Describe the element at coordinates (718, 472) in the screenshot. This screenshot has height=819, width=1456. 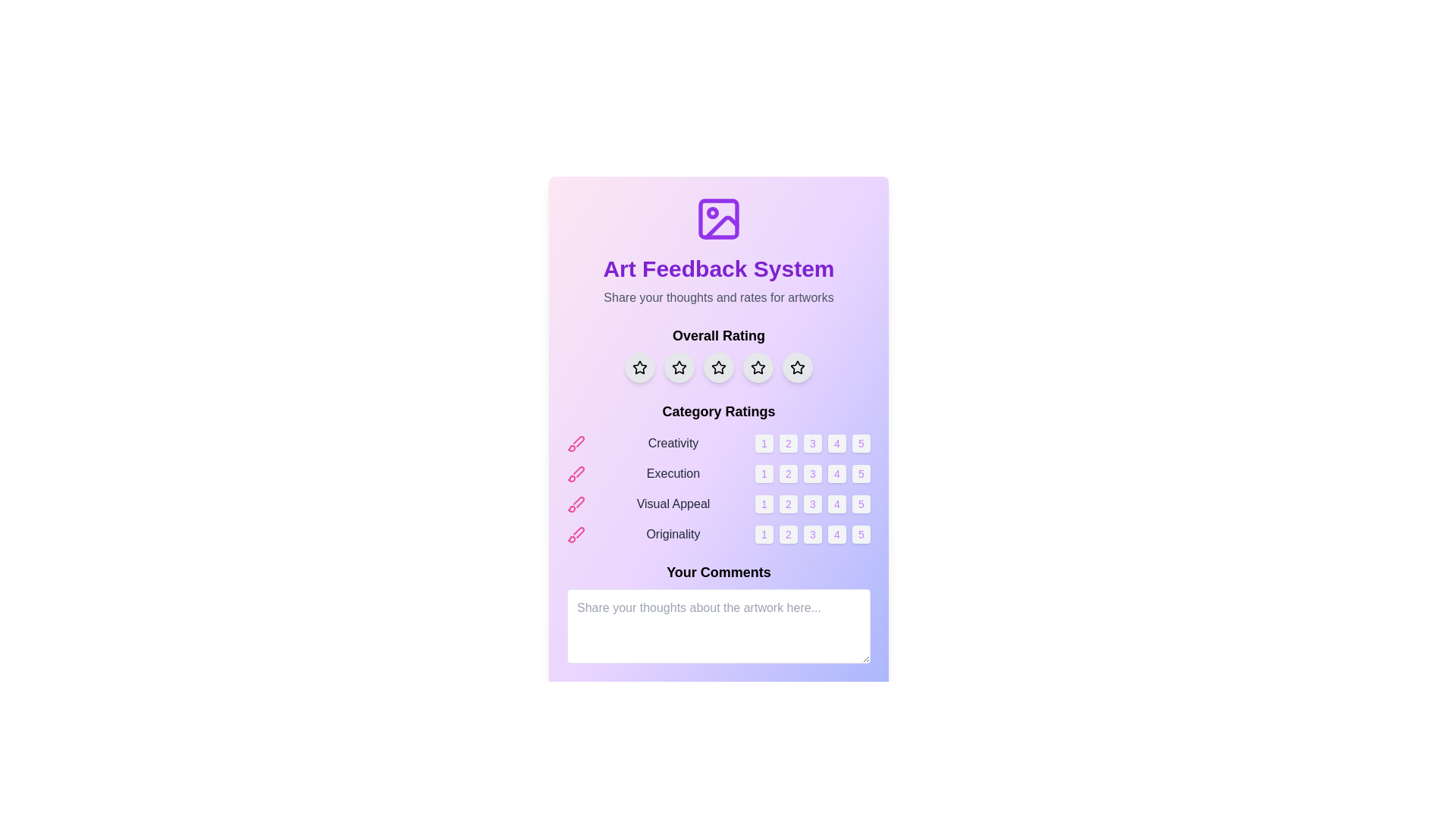
I see `category descriptions from the composite UI element located under the 'Overall Rating' section and above the 'Your Comments' section, which contains interactive buttons for rating from 1 to 5` at that location.